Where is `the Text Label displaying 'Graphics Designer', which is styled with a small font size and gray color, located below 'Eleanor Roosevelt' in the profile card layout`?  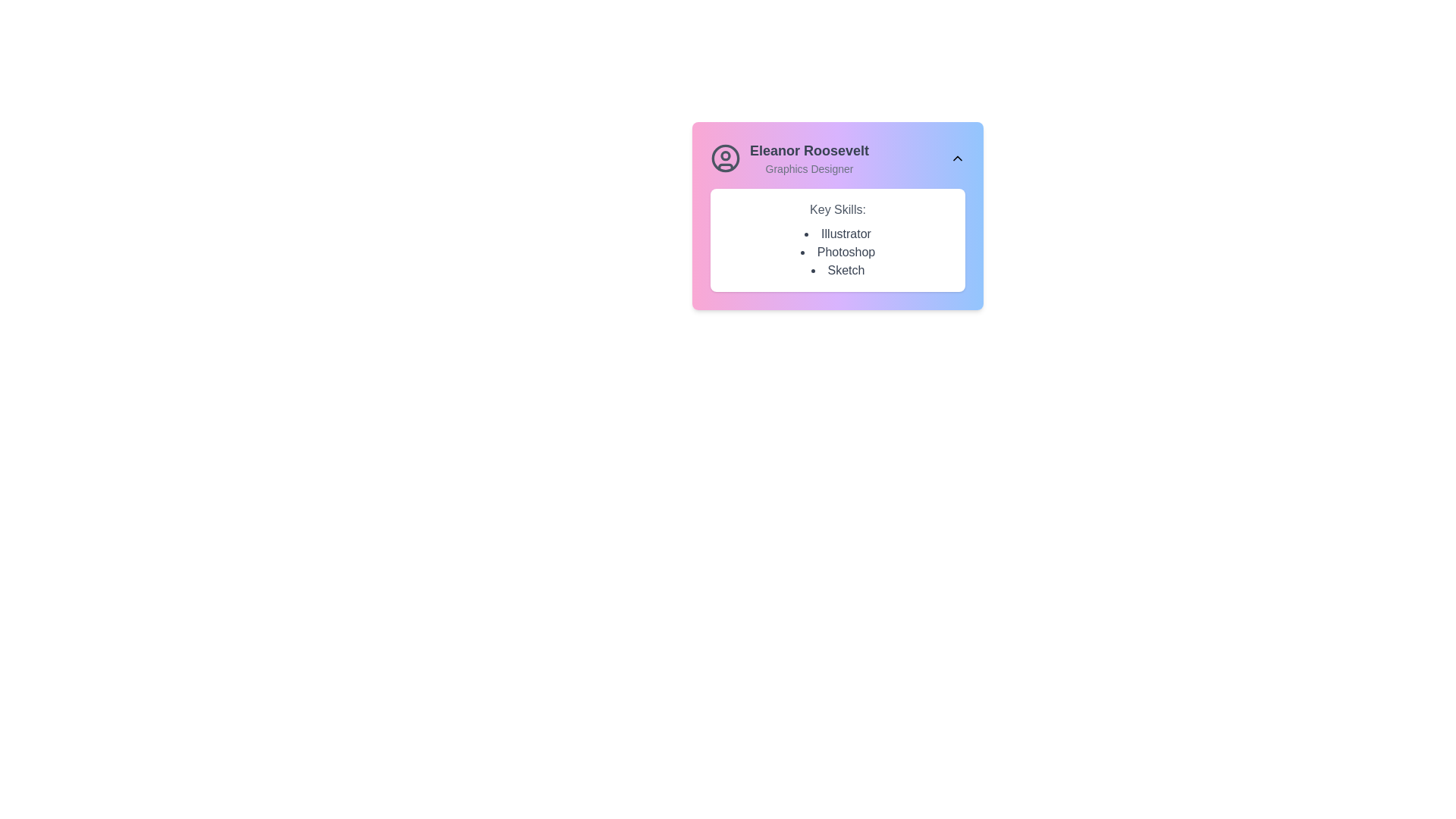
the Text Label displaying 'Graphics Designer', which is styled with a small font size and gray color, located below 'Eleanor Roosevelt' in the profile card layout is located at coordinates (808, 169).